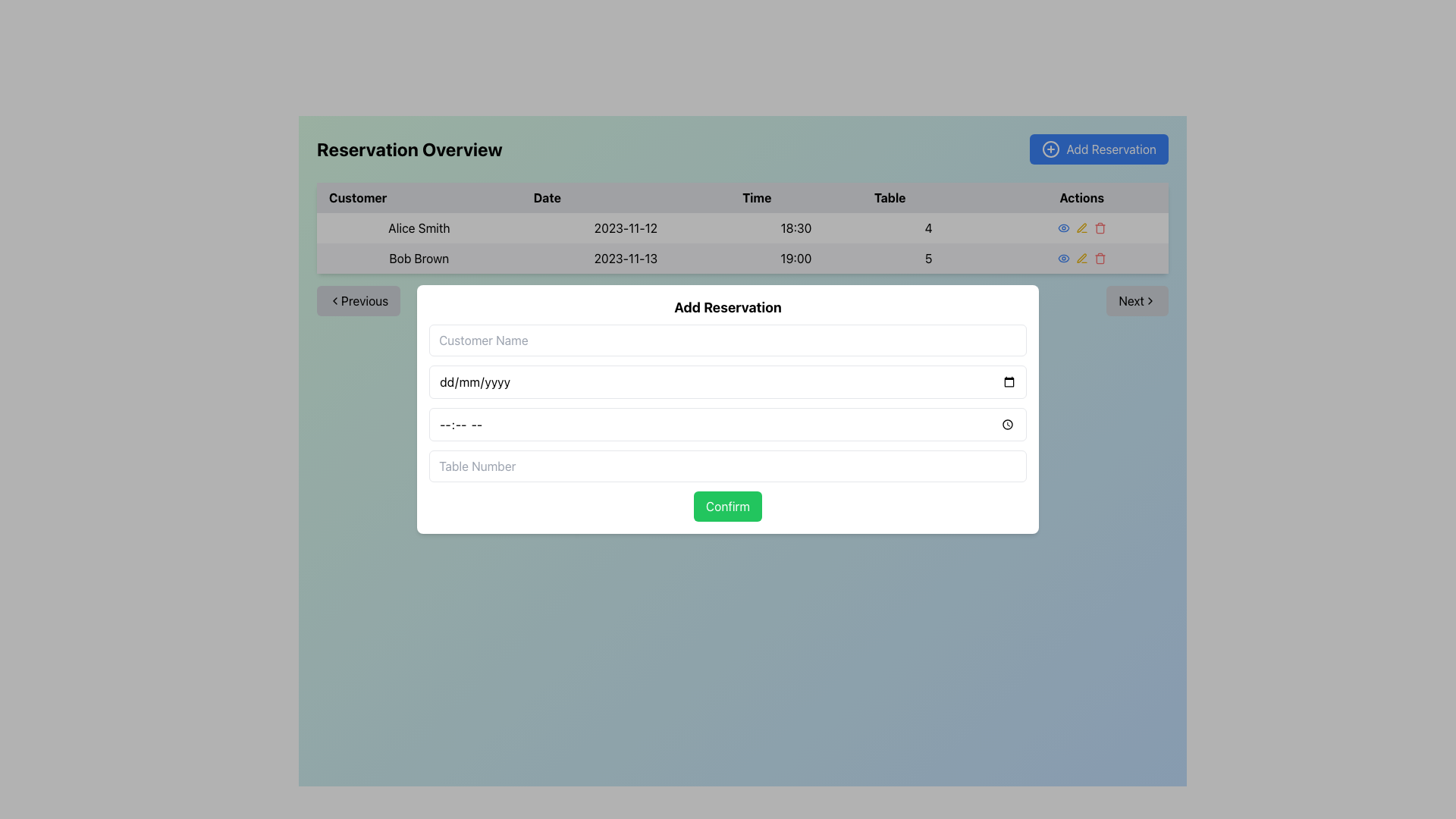 The width and height of the screenshot is (1456, 819). What do you see at coordinates (1062, 257) in the screenshot?
I see `the eye icon located in the 'Actions' column next to the row containing 'Bob Brown'` at bounding box center [1062, 257].